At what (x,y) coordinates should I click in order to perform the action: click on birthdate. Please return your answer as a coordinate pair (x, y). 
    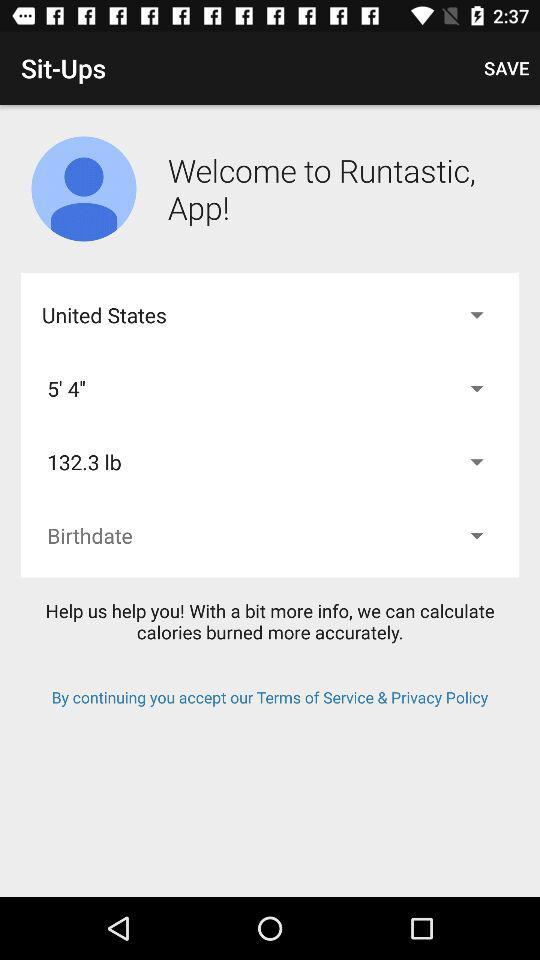
    Looking at the image, I should click on (270, 534).